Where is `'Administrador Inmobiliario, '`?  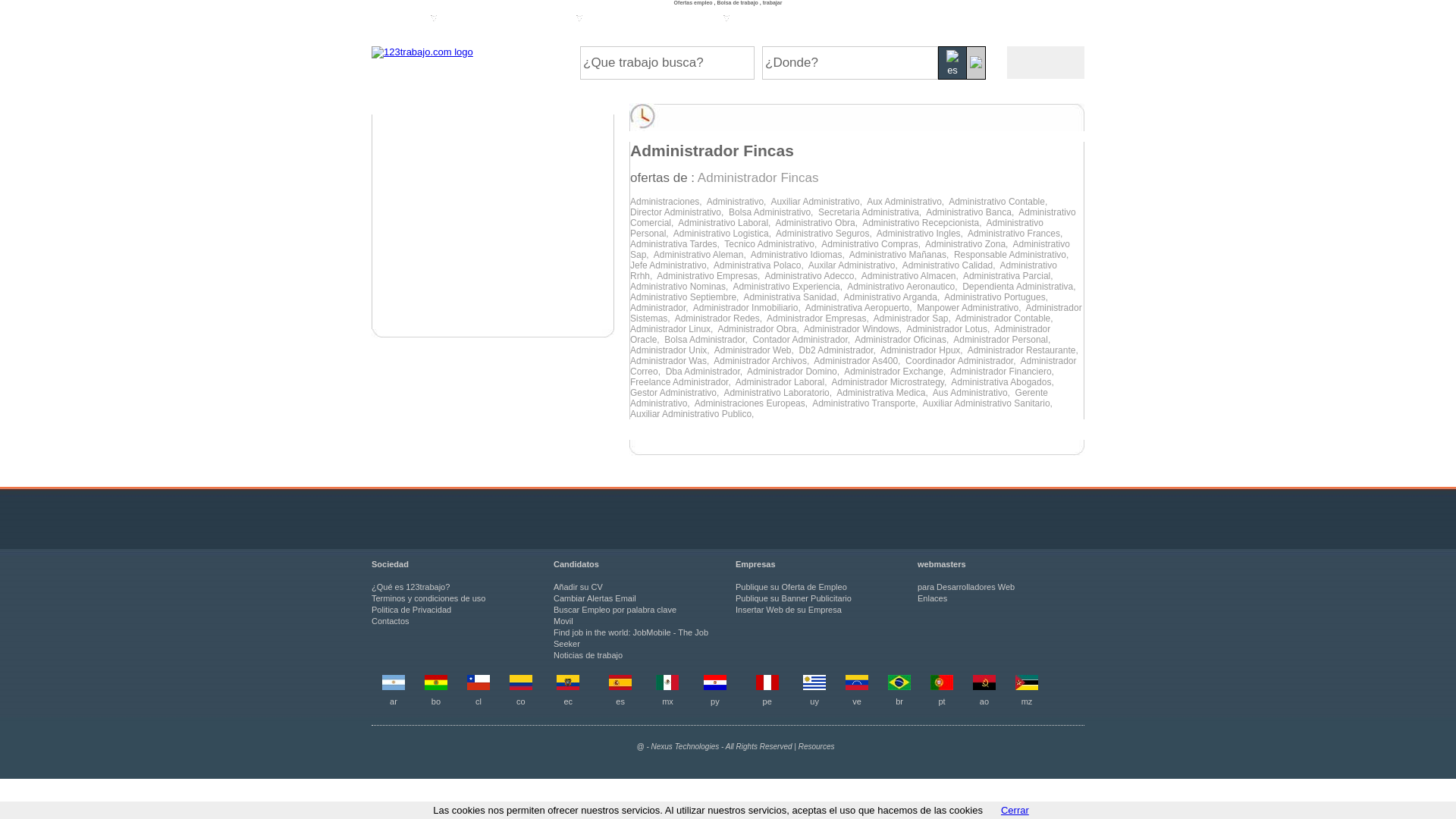
'Administrador Inmobiliario, ' is located at coordinates (692, 307).